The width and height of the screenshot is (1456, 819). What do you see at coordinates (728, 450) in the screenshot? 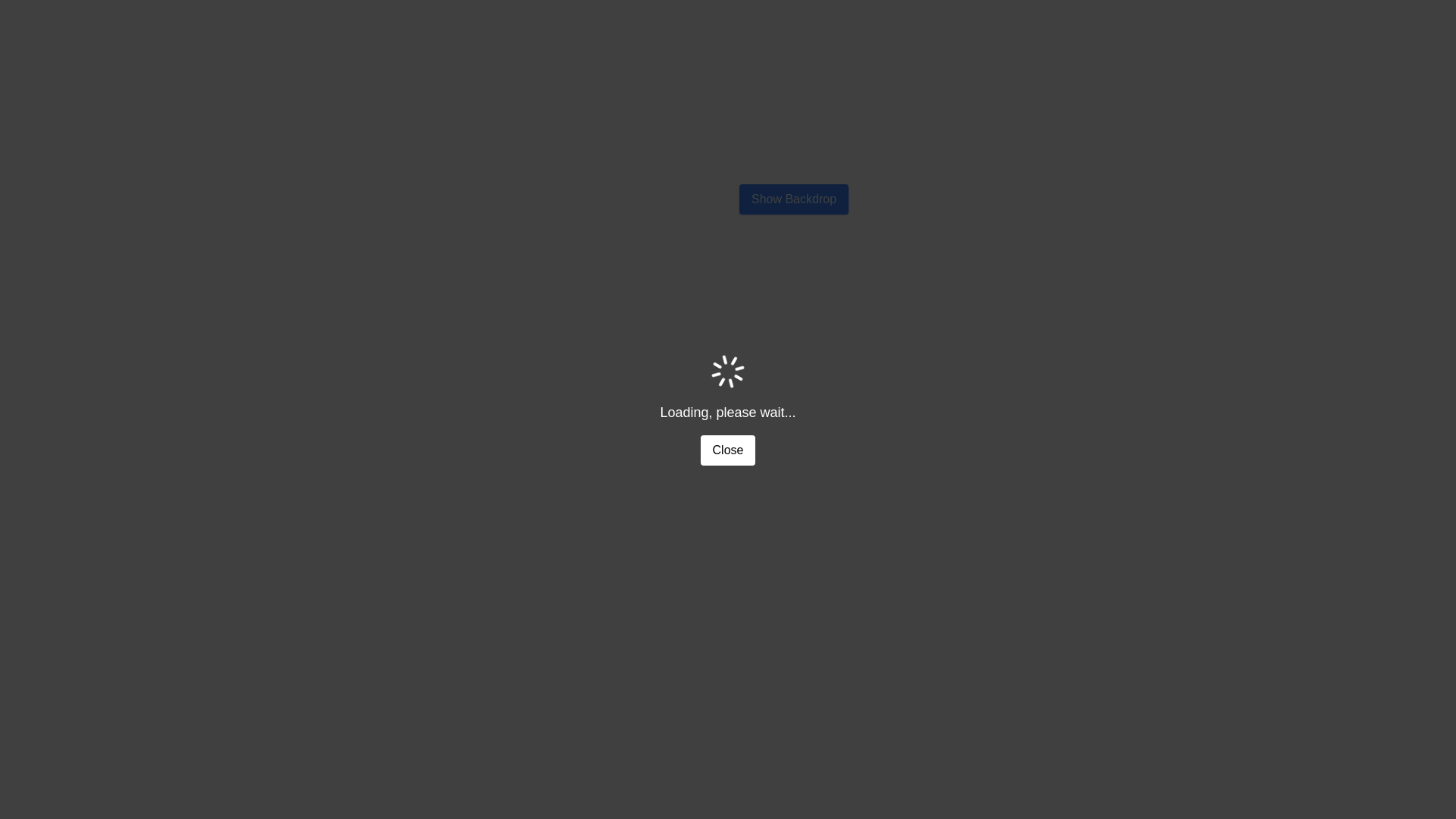
I see `the 'Close' button, which is a rectangular button with rounded corners and black text on a white background` at bounding box center [728, 450].